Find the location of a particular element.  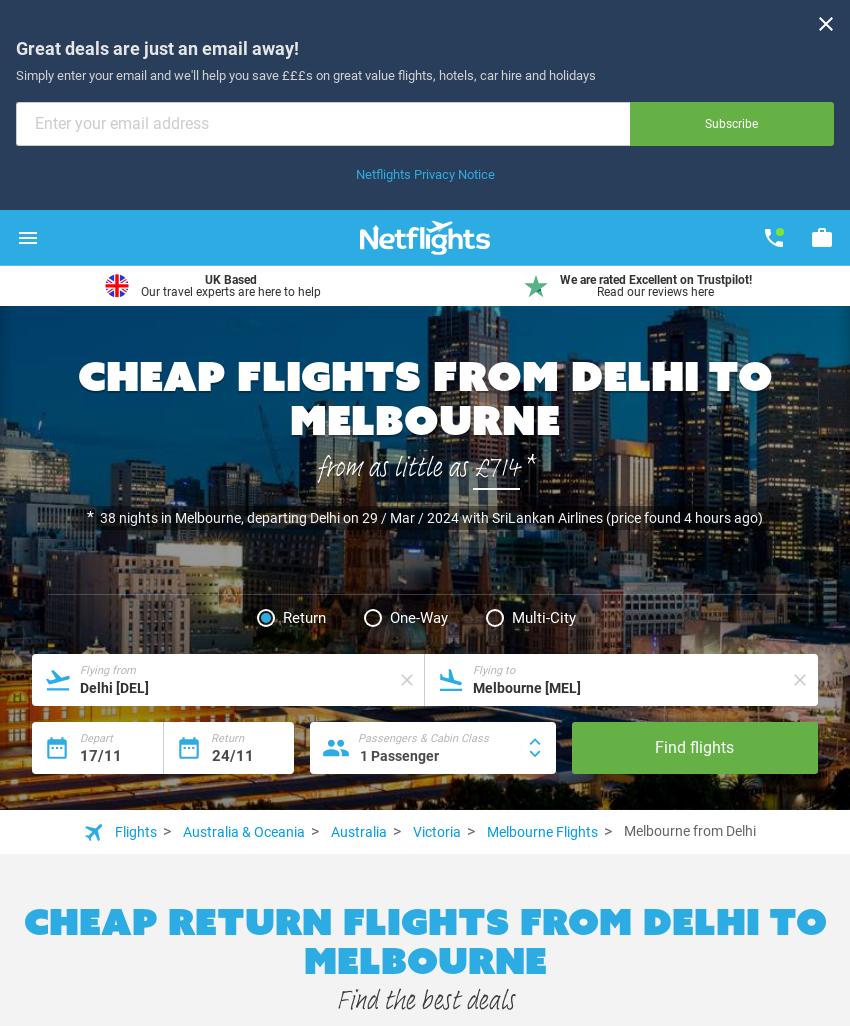

'Cheap flights from Delhi to Melbourne' is located at coordinates (424, 395).